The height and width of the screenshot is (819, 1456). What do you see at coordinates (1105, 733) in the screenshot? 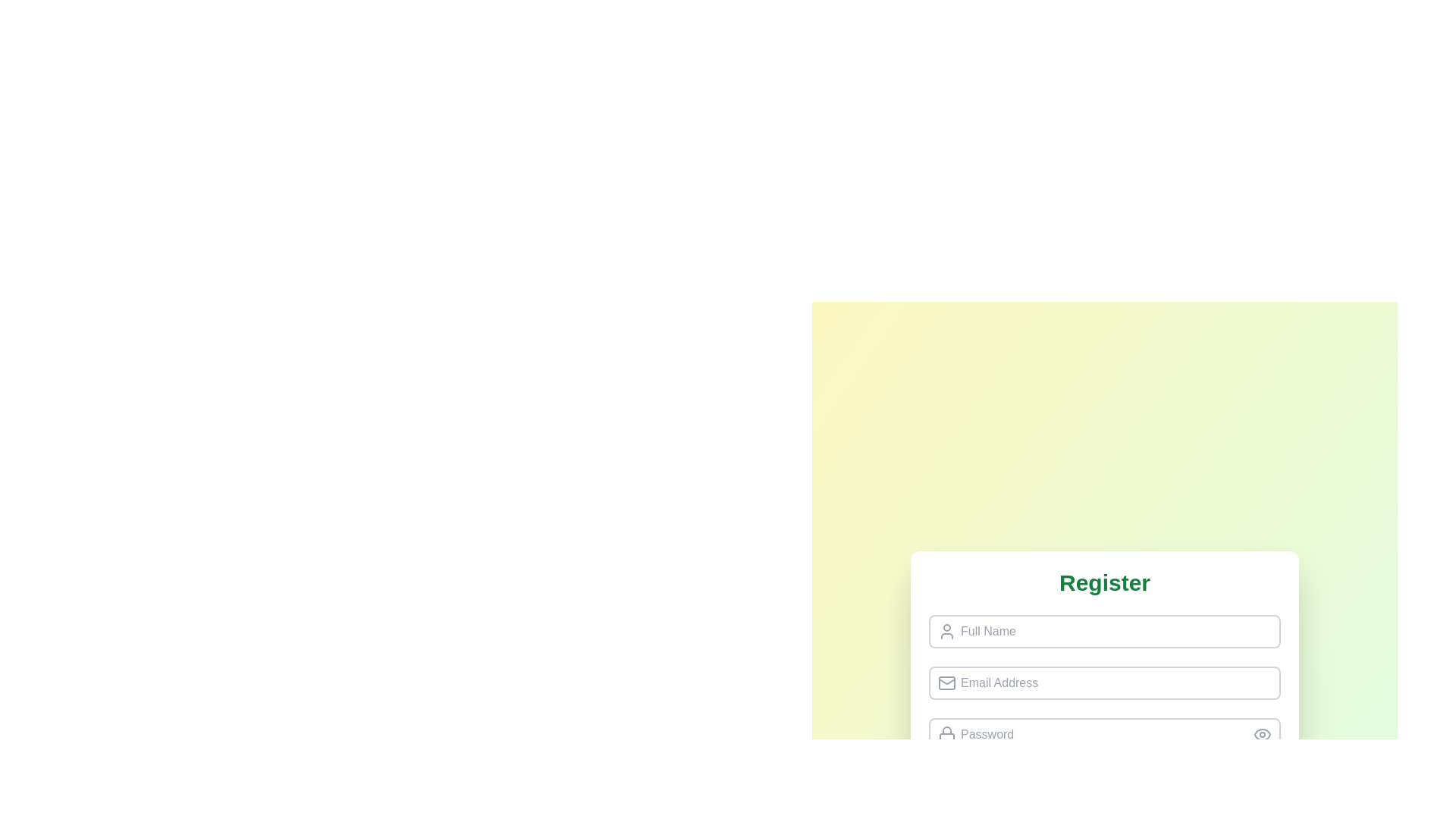
I see `the password input field labeled 'Password' in the 'Register' form` at bounding box center [1105, 733].